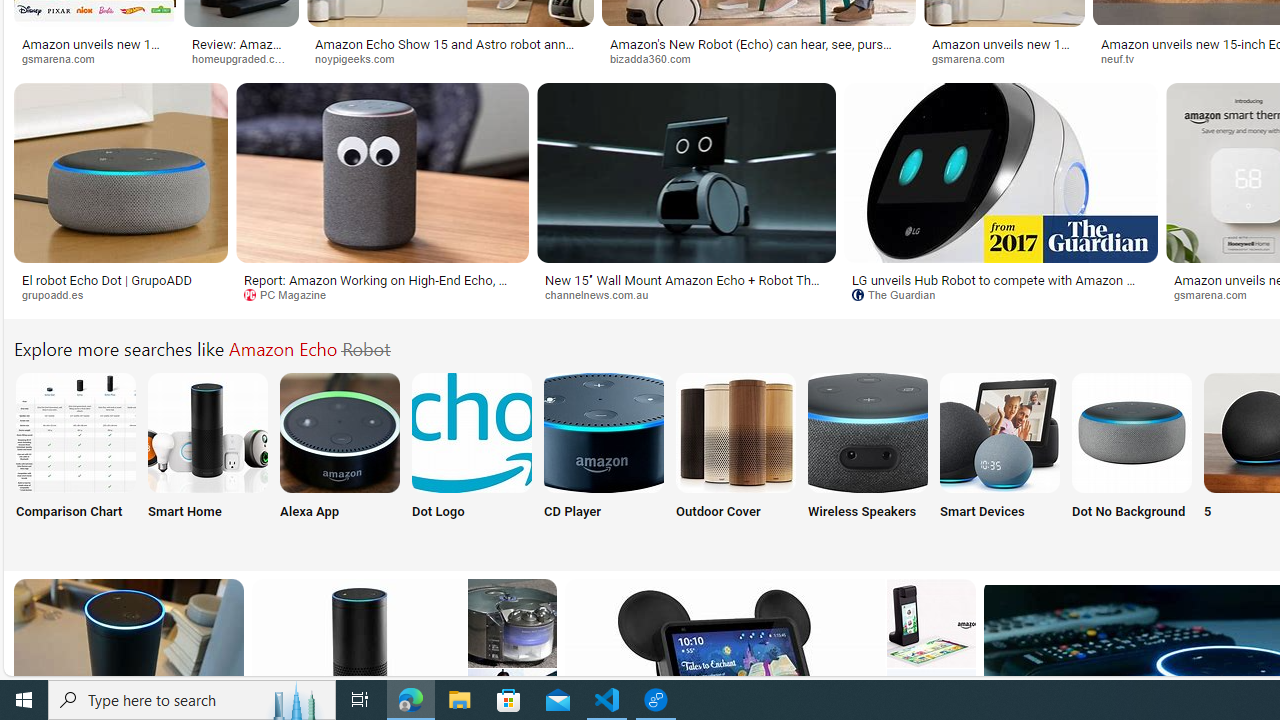  I want to click on 'homeupgraded.com', so click(247, 57).